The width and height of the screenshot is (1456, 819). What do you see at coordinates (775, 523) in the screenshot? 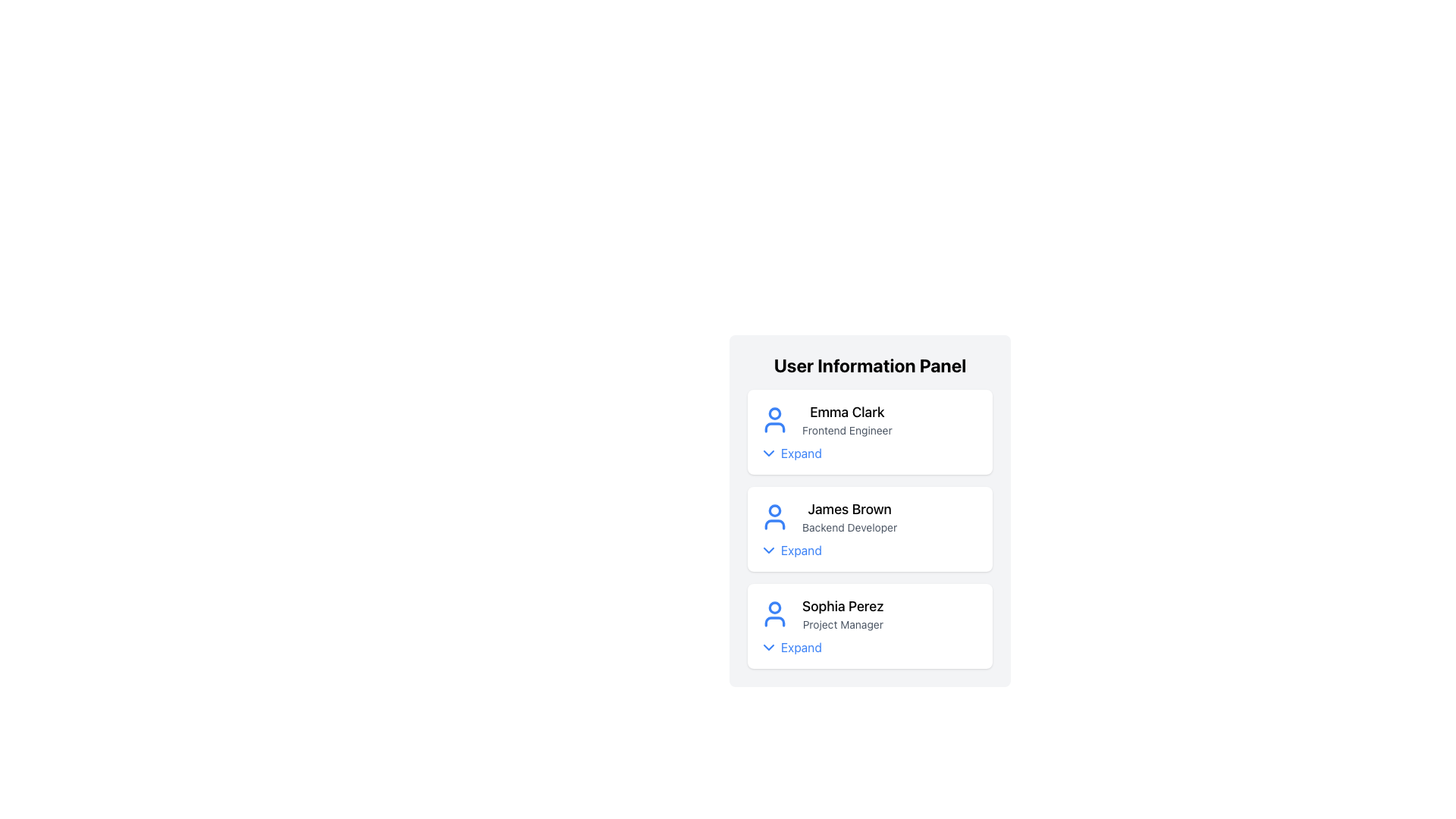
I see `the bottom arc of the user profile icon for 'James Brown' in the user information panel, which is styled with a blue outline and located inside the second user section` at bounding box center [775, 523].